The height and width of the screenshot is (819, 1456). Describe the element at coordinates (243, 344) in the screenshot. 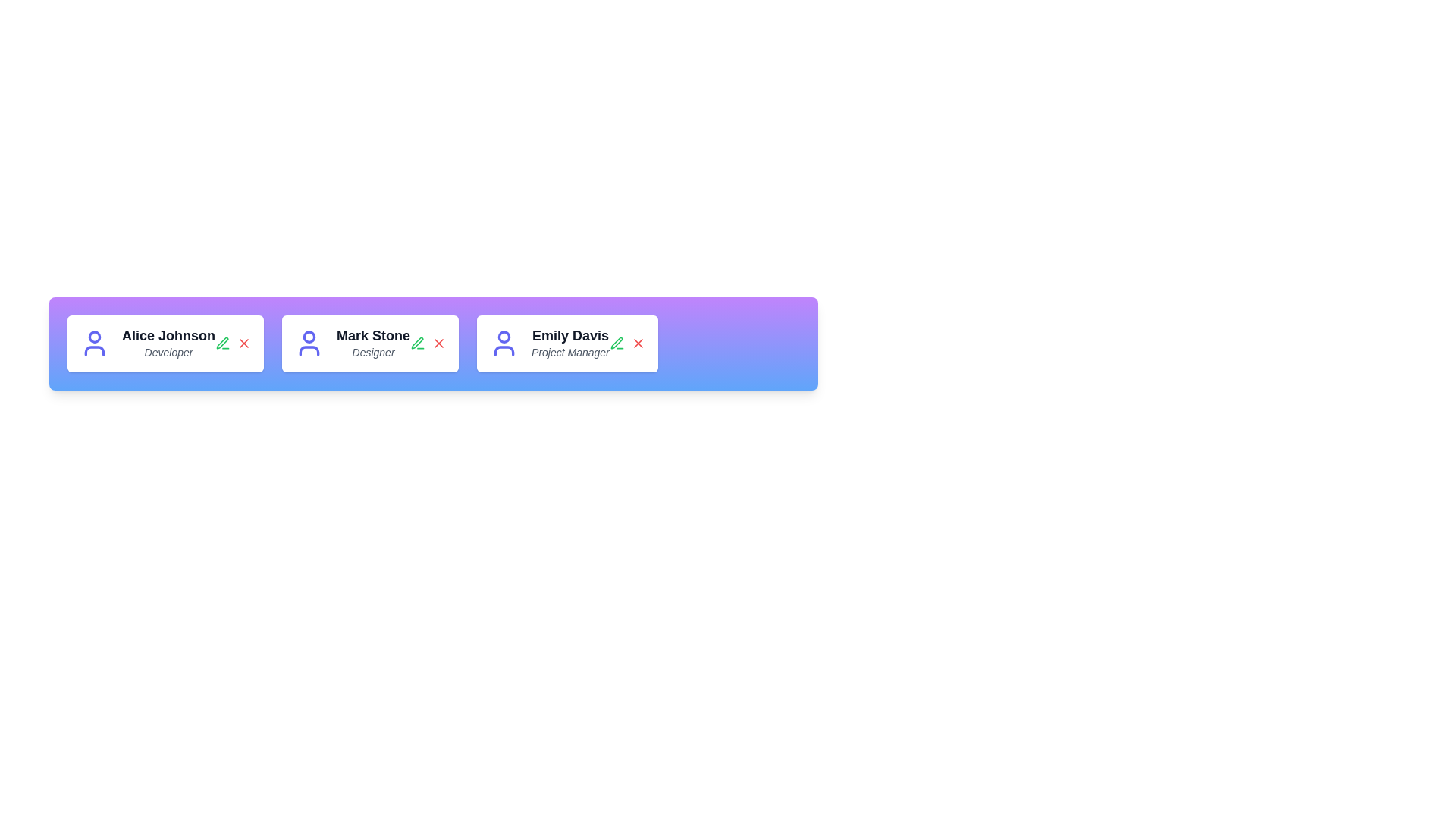

I see `the delete button of the profile card corresponding to Alice Johnson` at that location.